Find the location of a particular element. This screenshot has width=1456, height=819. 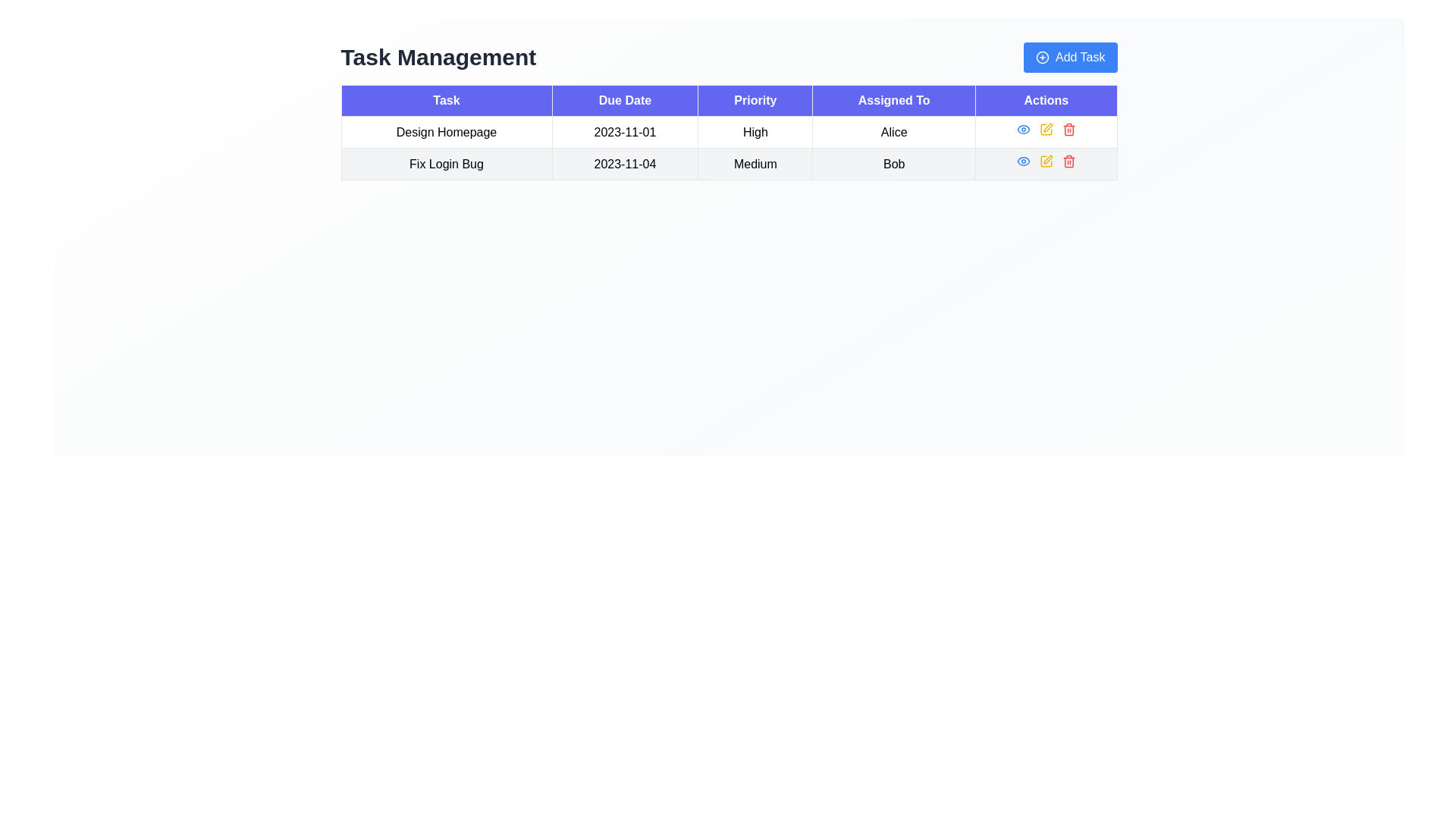

the text label indicating the individual assigned to the task in the fourth column of the first data row under the header is located at coordinates (894, 131).